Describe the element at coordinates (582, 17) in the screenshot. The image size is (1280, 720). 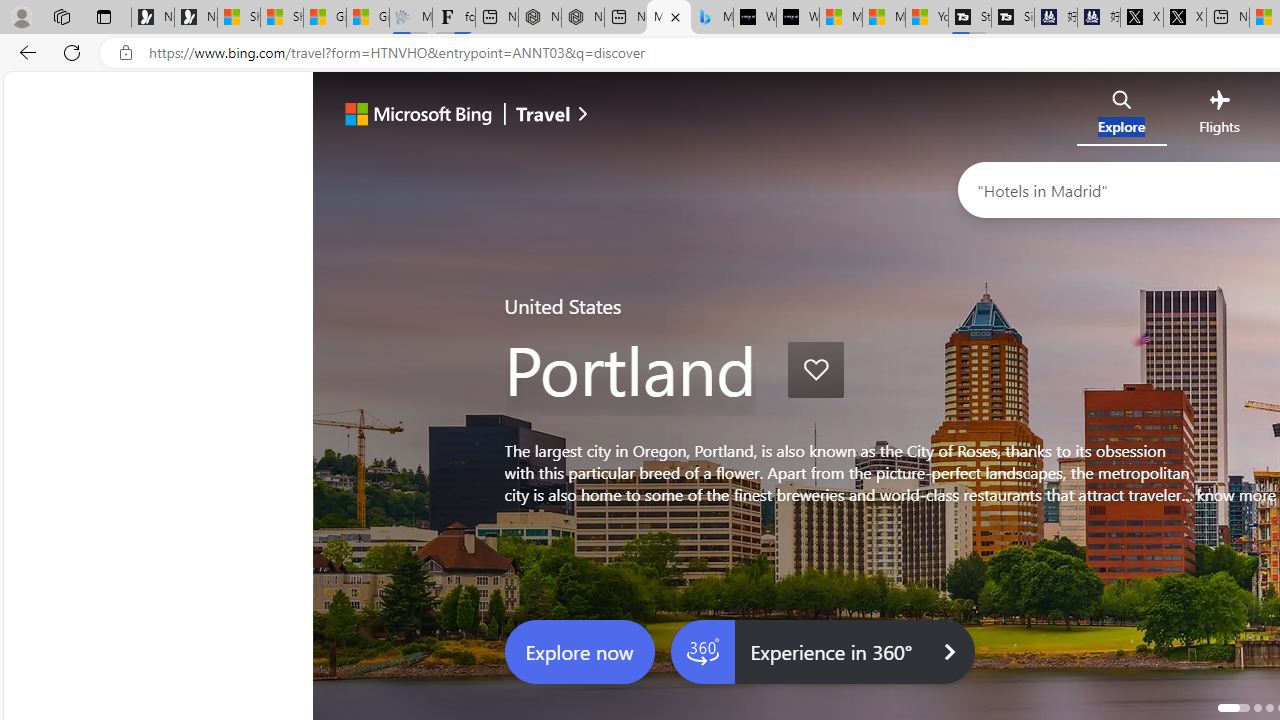
I see `'Nordace - #1 Japanese Best-Seller - Siena Smart Backpack'` at that location.